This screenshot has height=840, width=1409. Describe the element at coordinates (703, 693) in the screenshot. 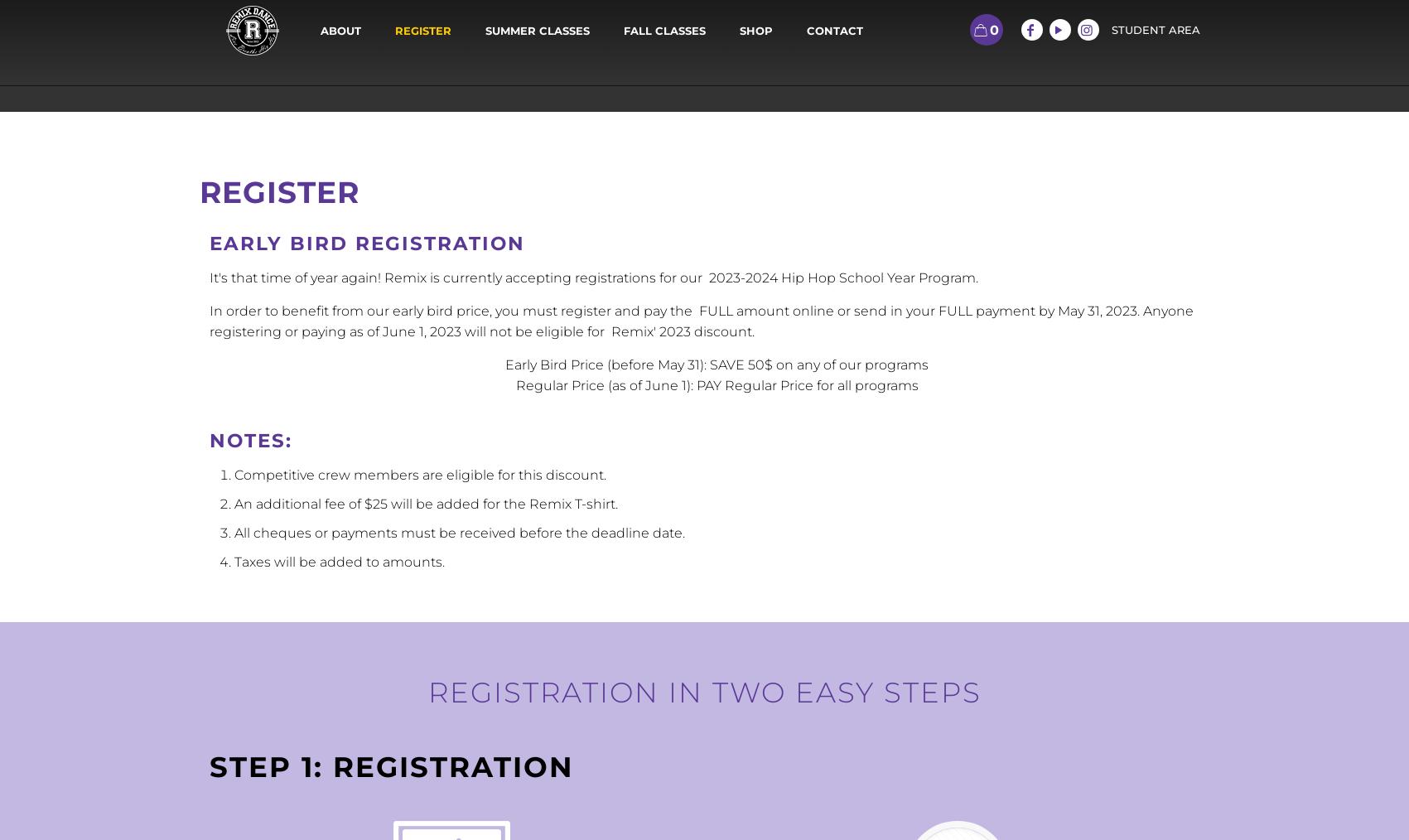

I see `'Registration in two easy steps'` at that location.